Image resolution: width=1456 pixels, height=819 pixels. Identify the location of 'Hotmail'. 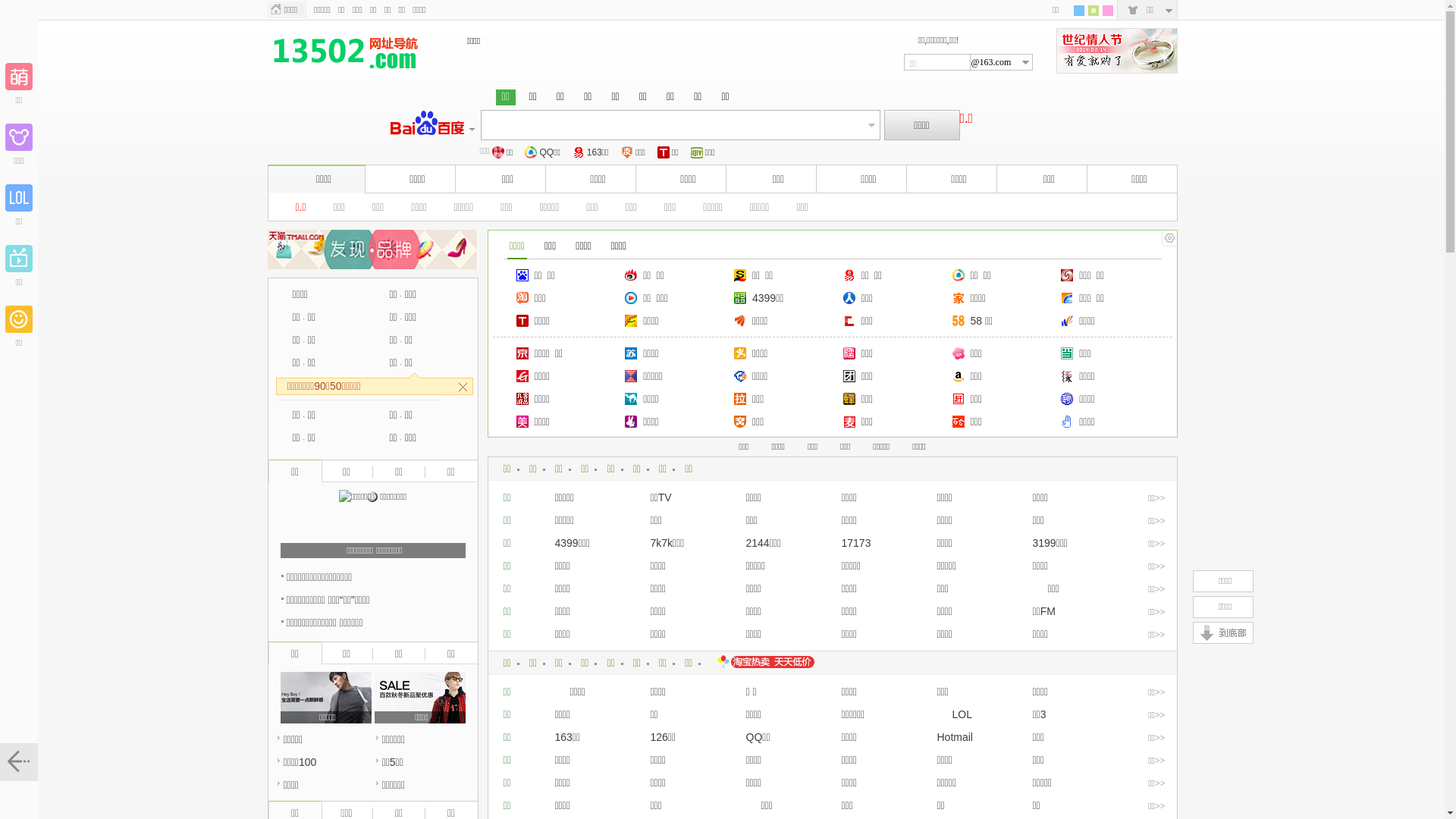
(954, 736).